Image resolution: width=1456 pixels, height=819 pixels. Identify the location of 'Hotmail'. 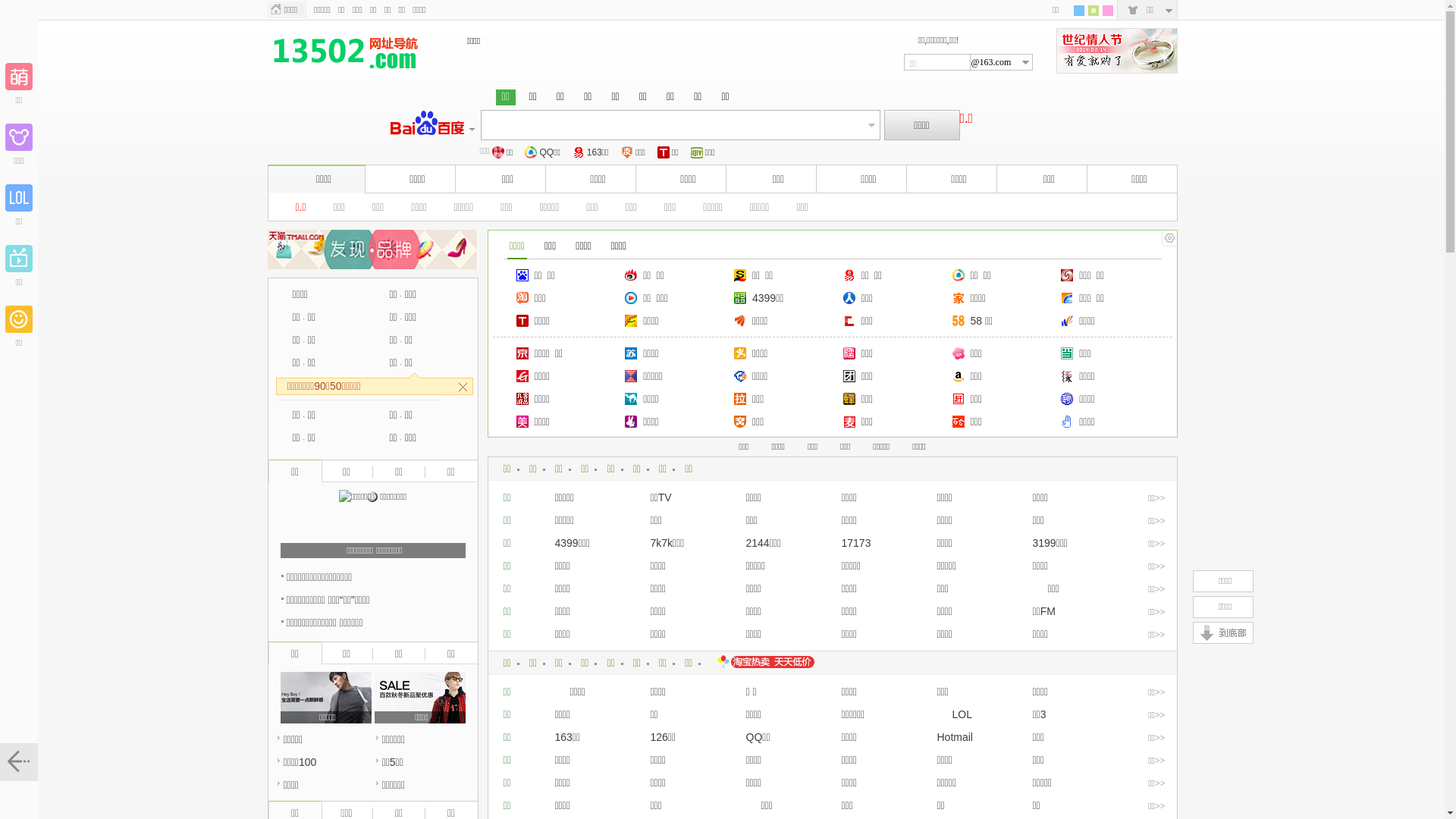
(954, 736).